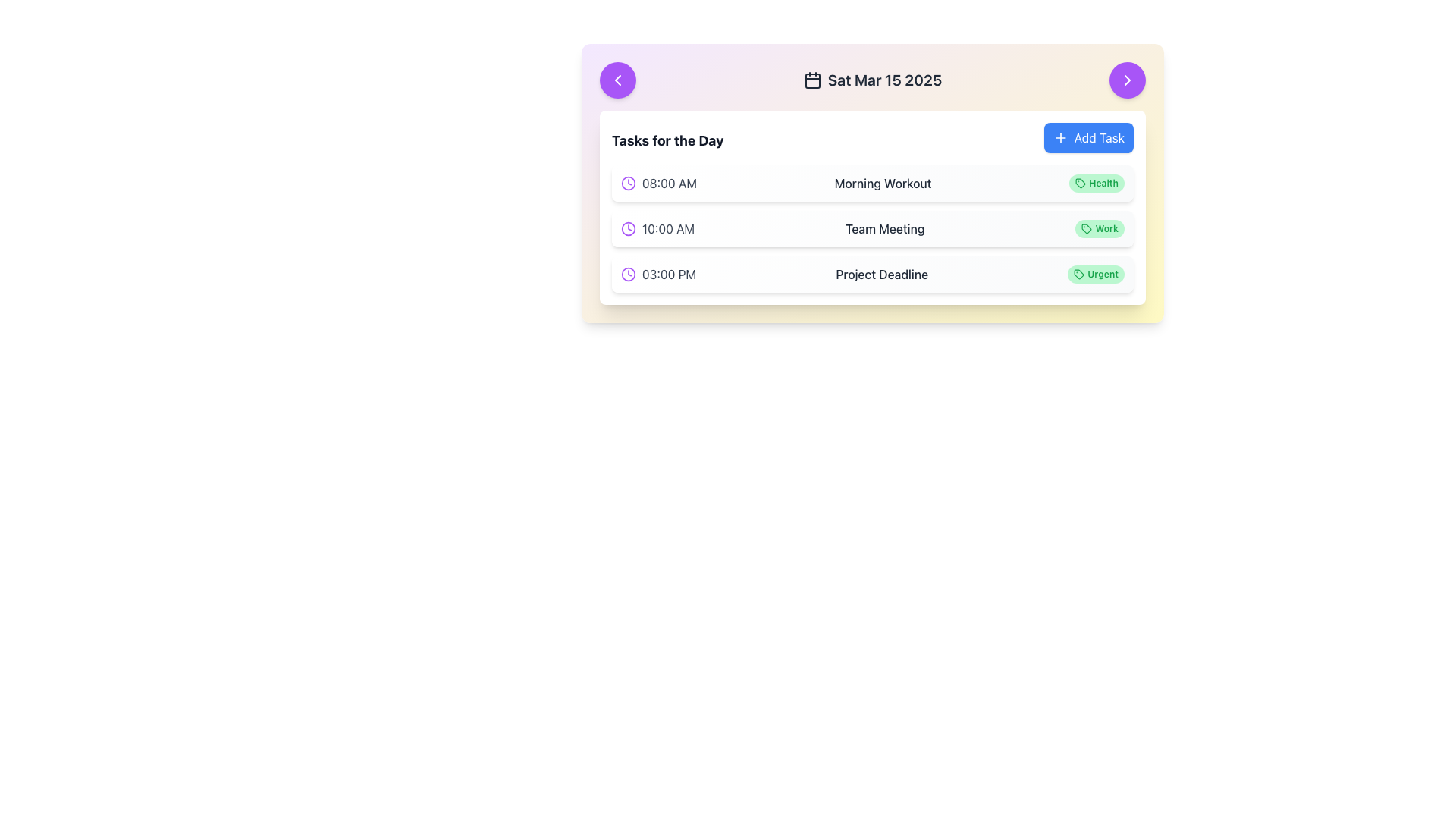  I want to click on the 'Health' label with a green background and icon, located in the 'Morning Workout' entry of the list, positioned to the right of 'Morning Workout', so click(1097, 183).